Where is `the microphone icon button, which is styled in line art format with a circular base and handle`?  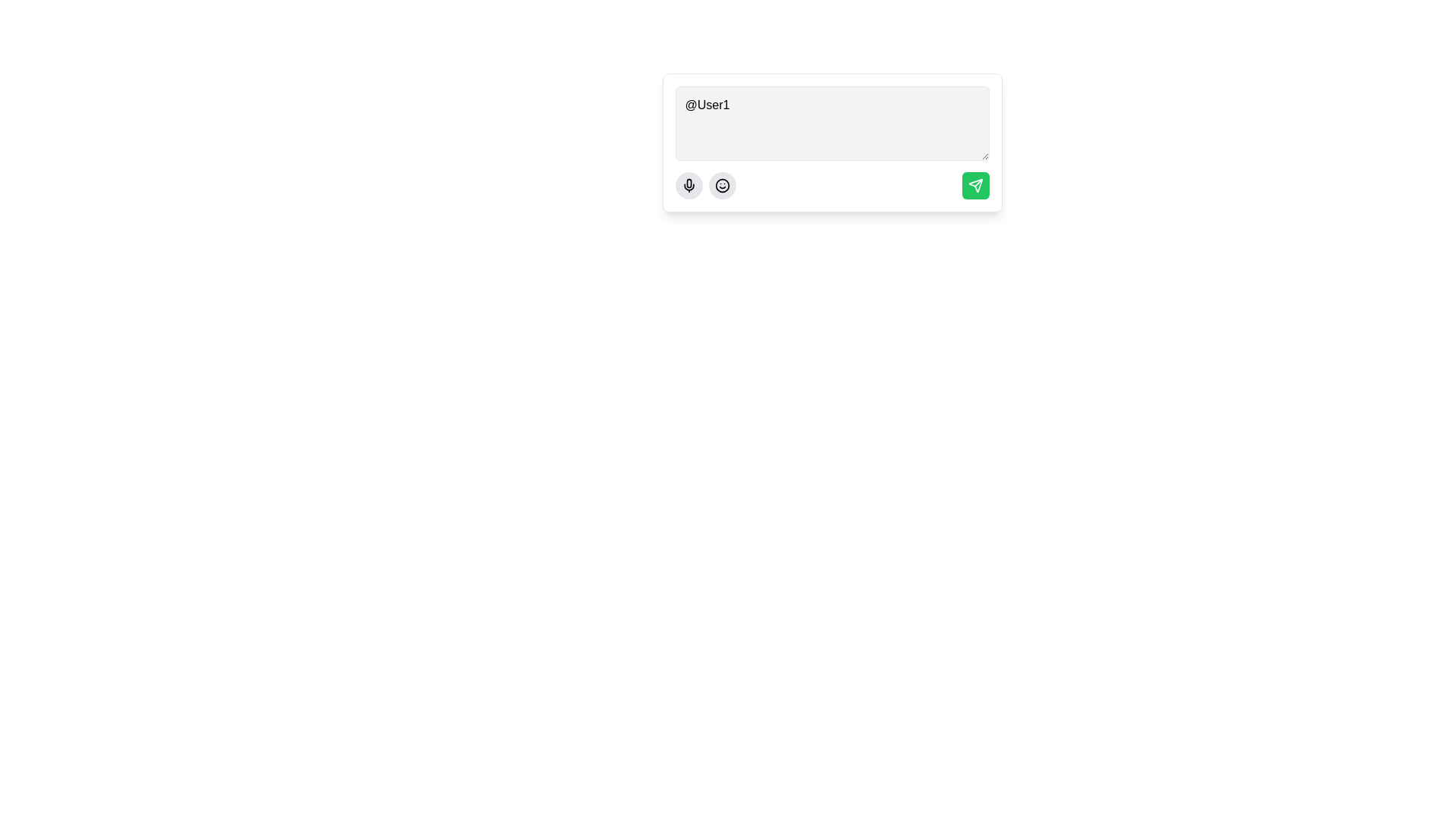
the microphone icon button, which is styled in line art format with a circular base and handle is located at coordinates (688, 185).